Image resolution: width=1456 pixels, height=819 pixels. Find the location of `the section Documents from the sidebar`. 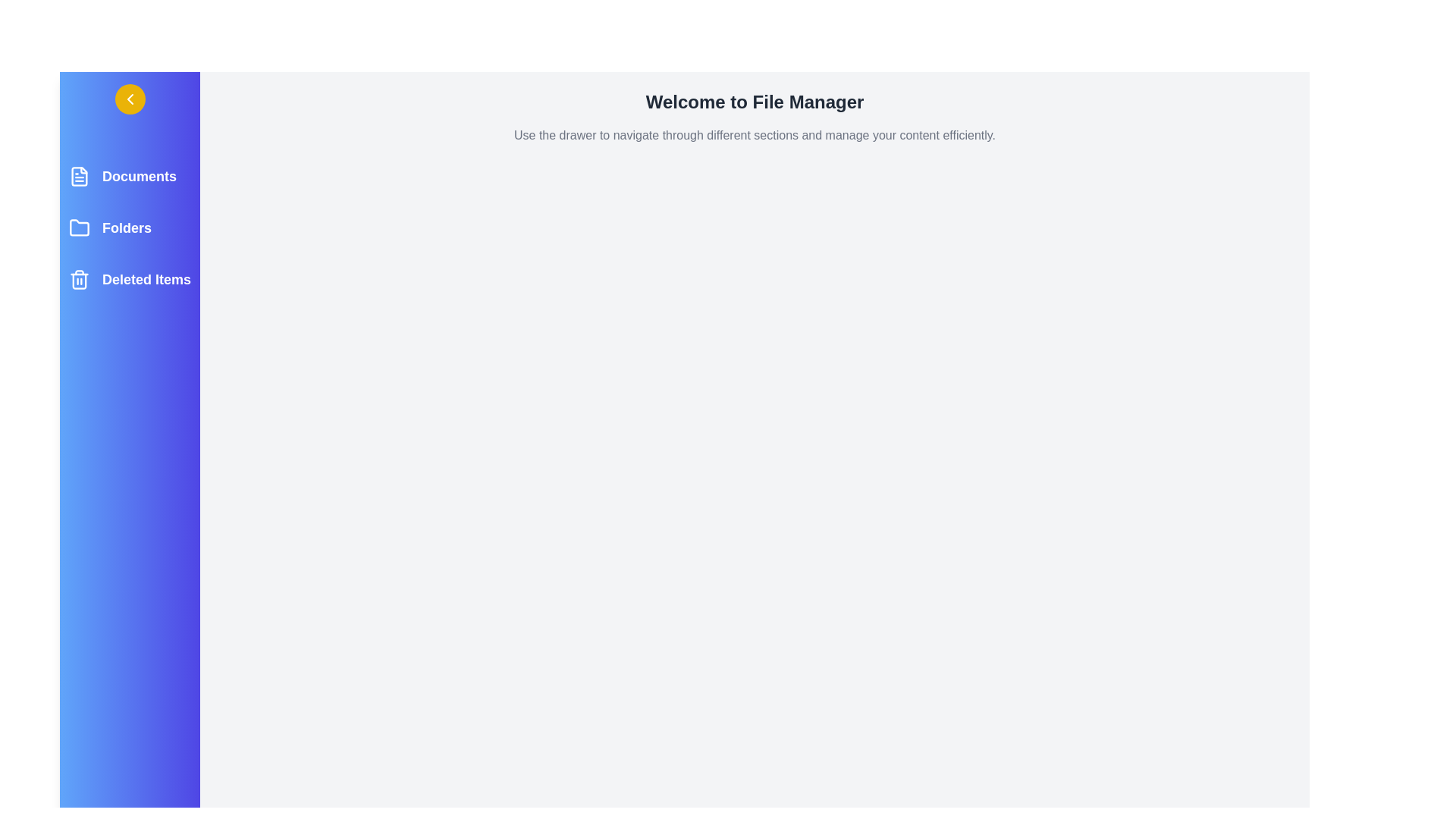

the section Documents from the sidebar is located at coordinates (130, 175).